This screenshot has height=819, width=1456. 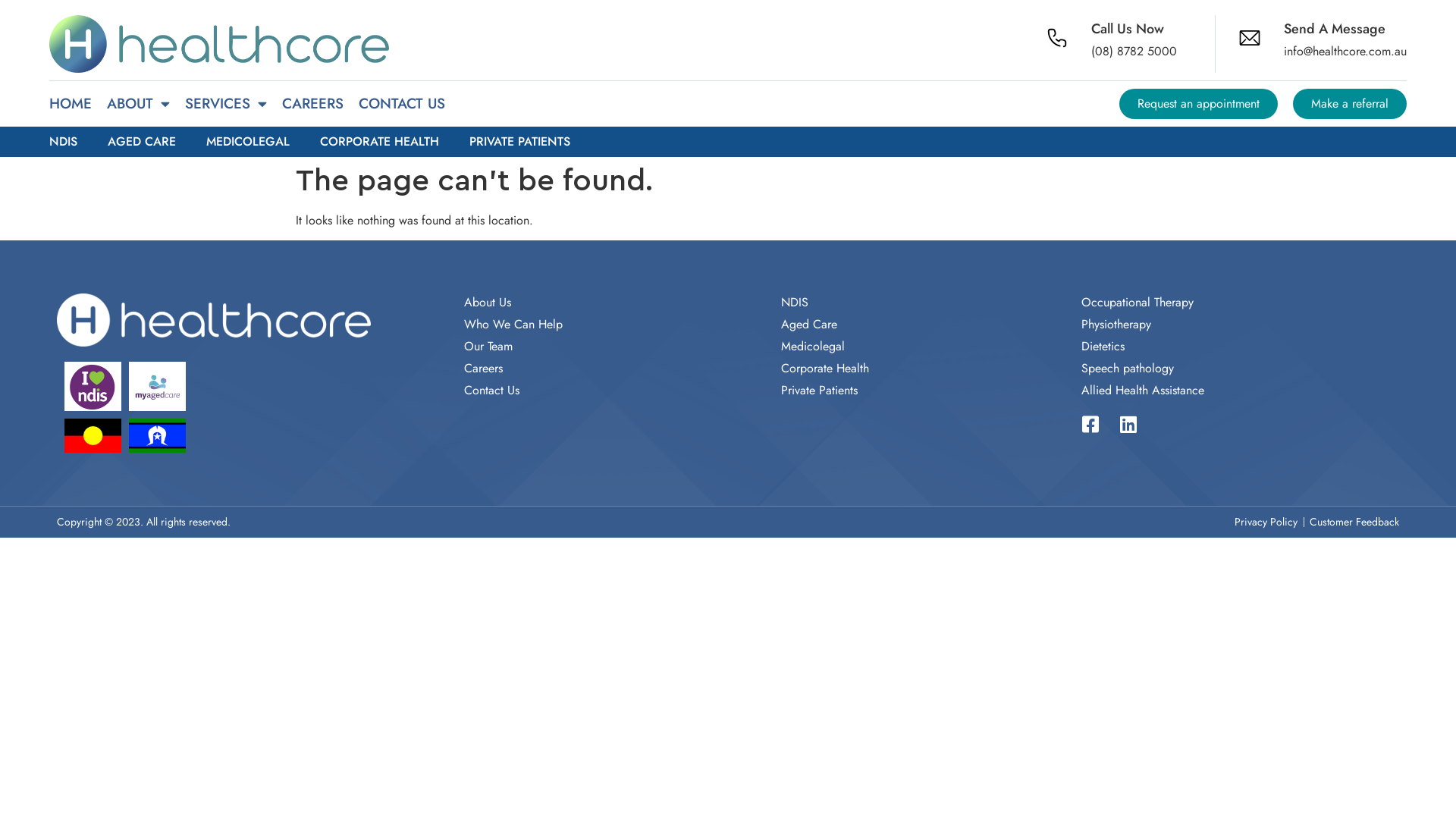 I want to click on 'ABOUT', so click(x=138, y=103).